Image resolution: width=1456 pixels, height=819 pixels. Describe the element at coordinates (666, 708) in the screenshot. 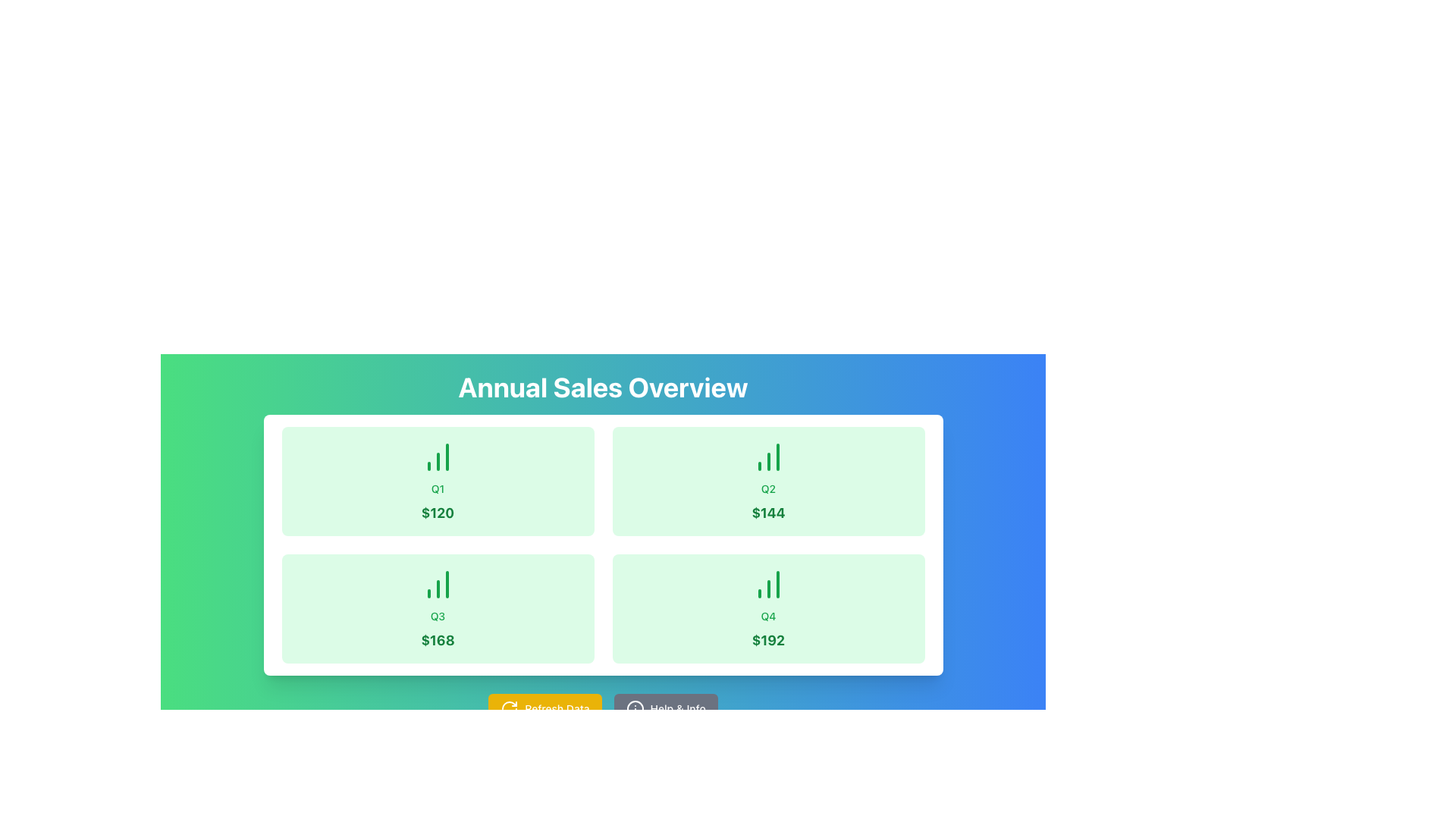

I see `the 'Help & Info' button located to the right of the 'Refresh Data' button` at that location.